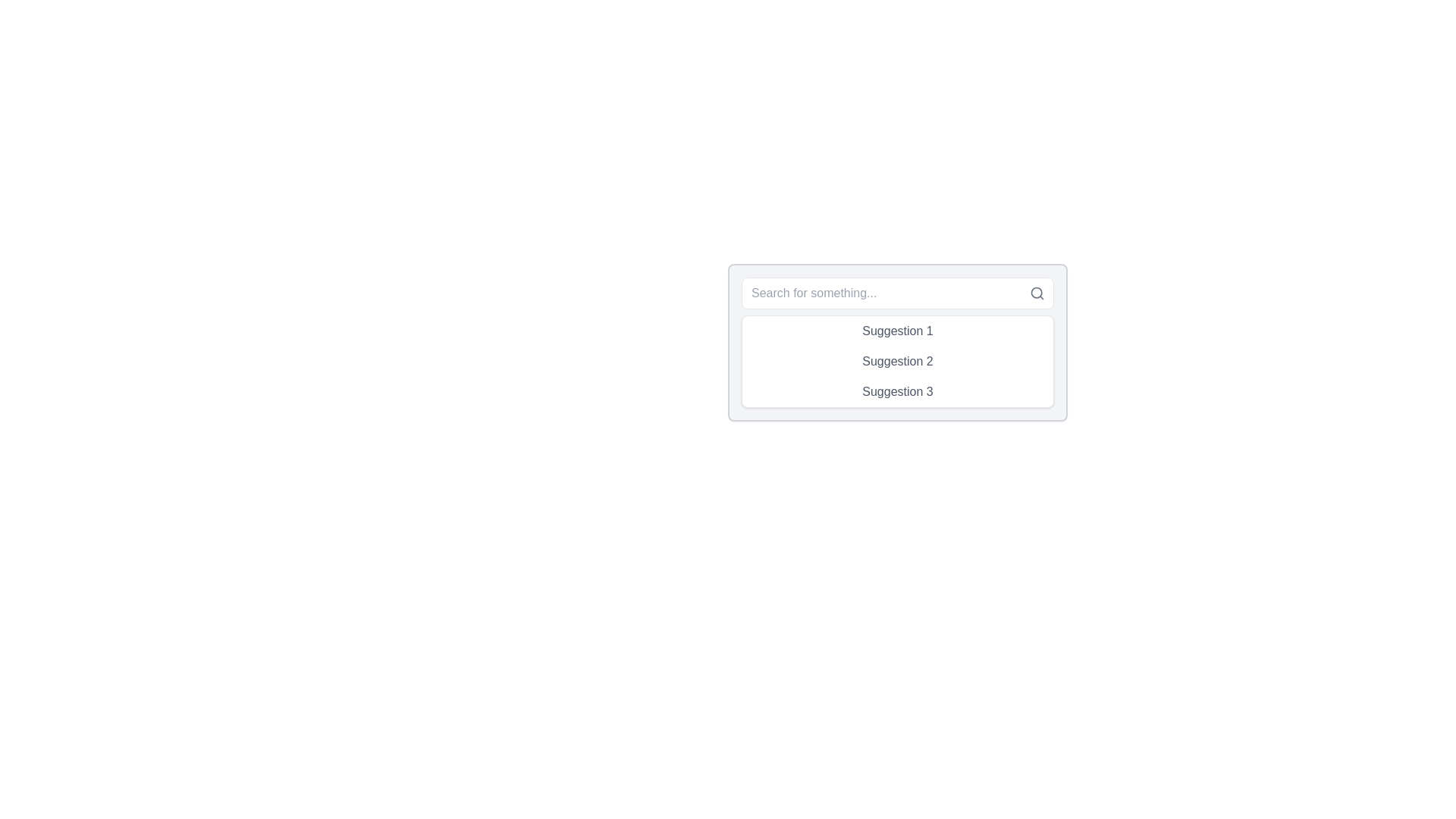 The width and height of the screenshot is (1456, 819). What do you see at coordinates (898, 362) in the screenshot?
I see `the list of suggestions displayed below the search input field` at bounding box center [898, 362].